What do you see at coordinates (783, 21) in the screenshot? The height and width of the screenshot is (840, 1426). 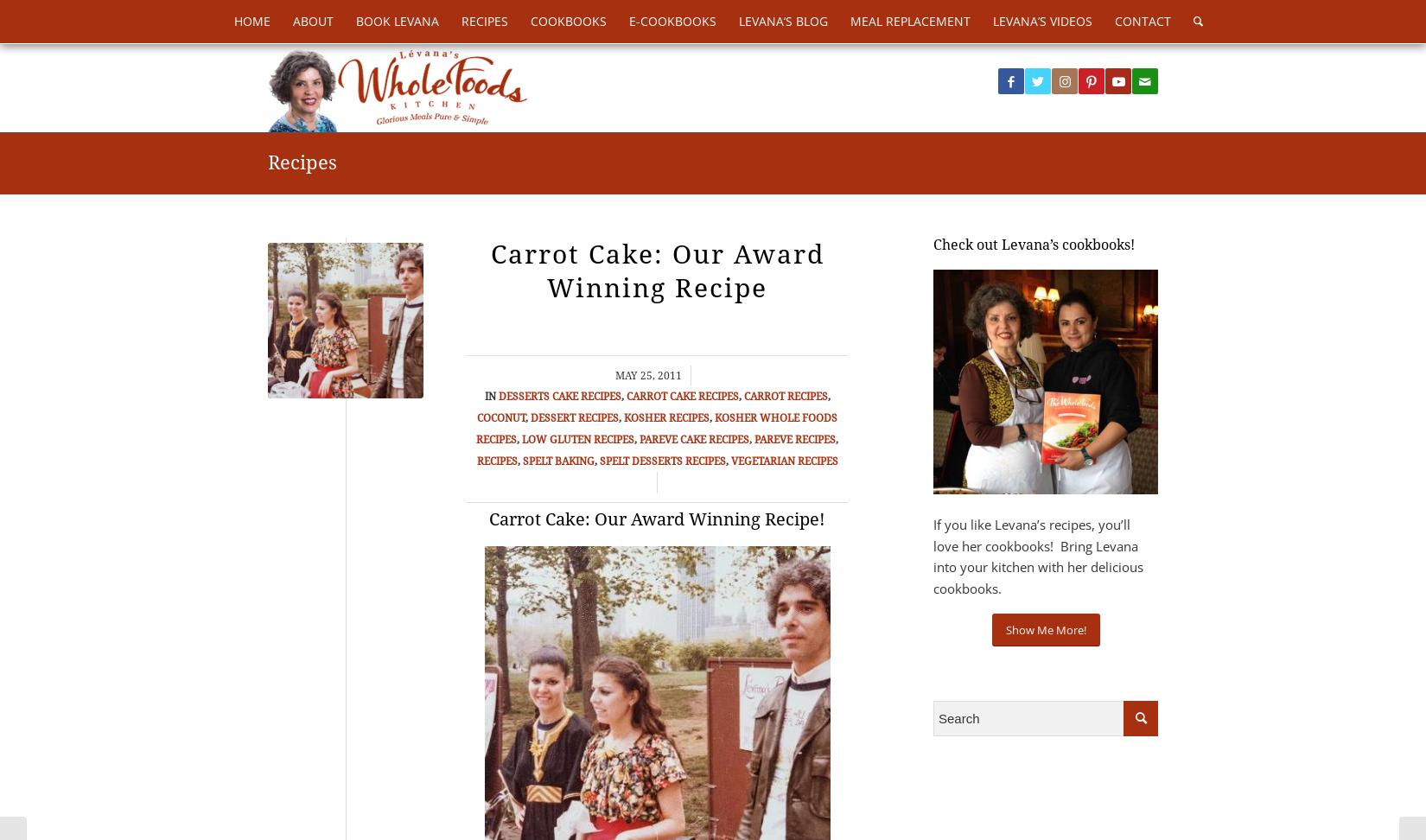 I see `'Levana’s Blog'` at bounding box center [783, 21].